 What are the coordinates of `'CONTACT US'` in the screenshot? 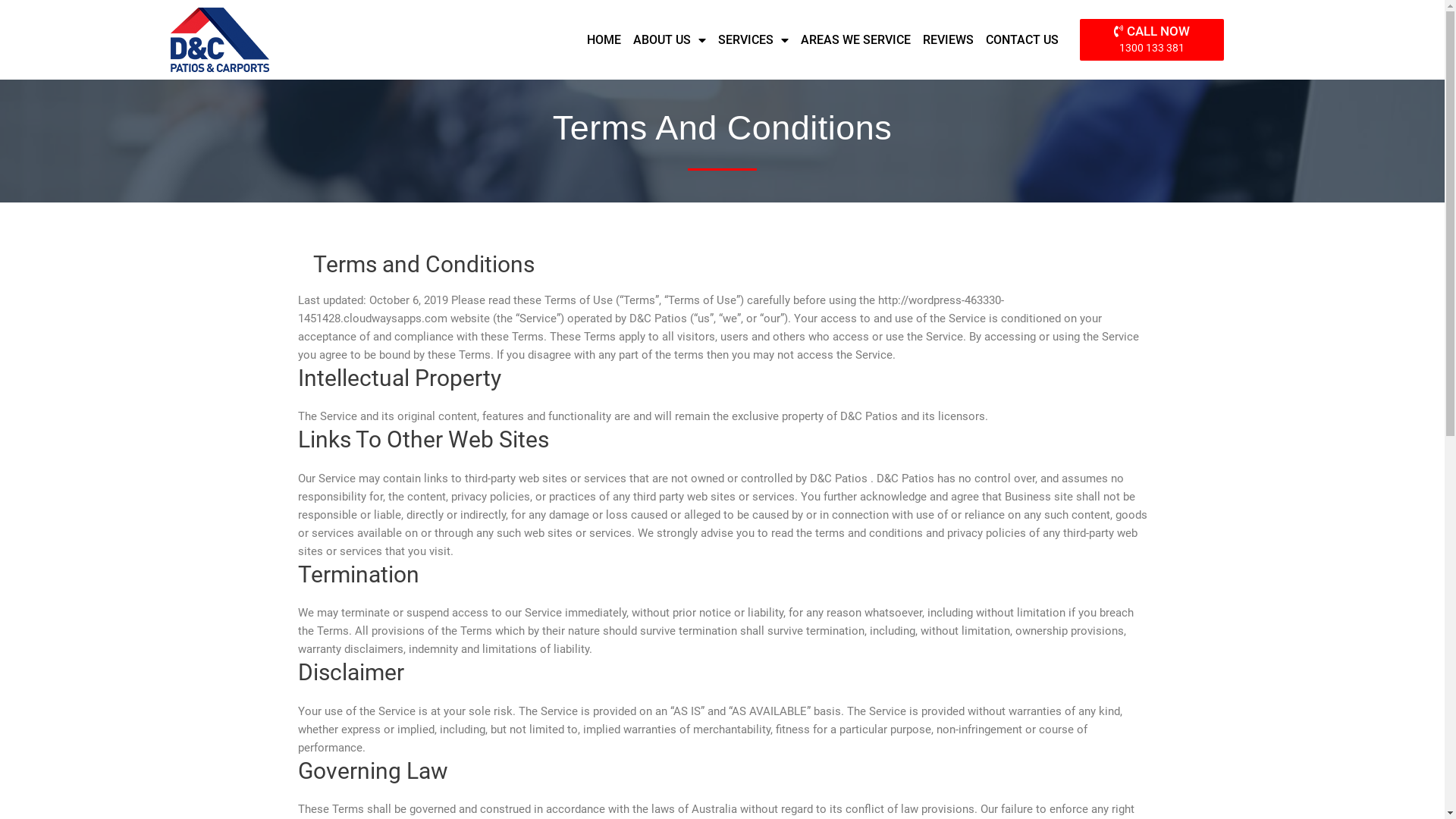 It's located at (1022, 38).